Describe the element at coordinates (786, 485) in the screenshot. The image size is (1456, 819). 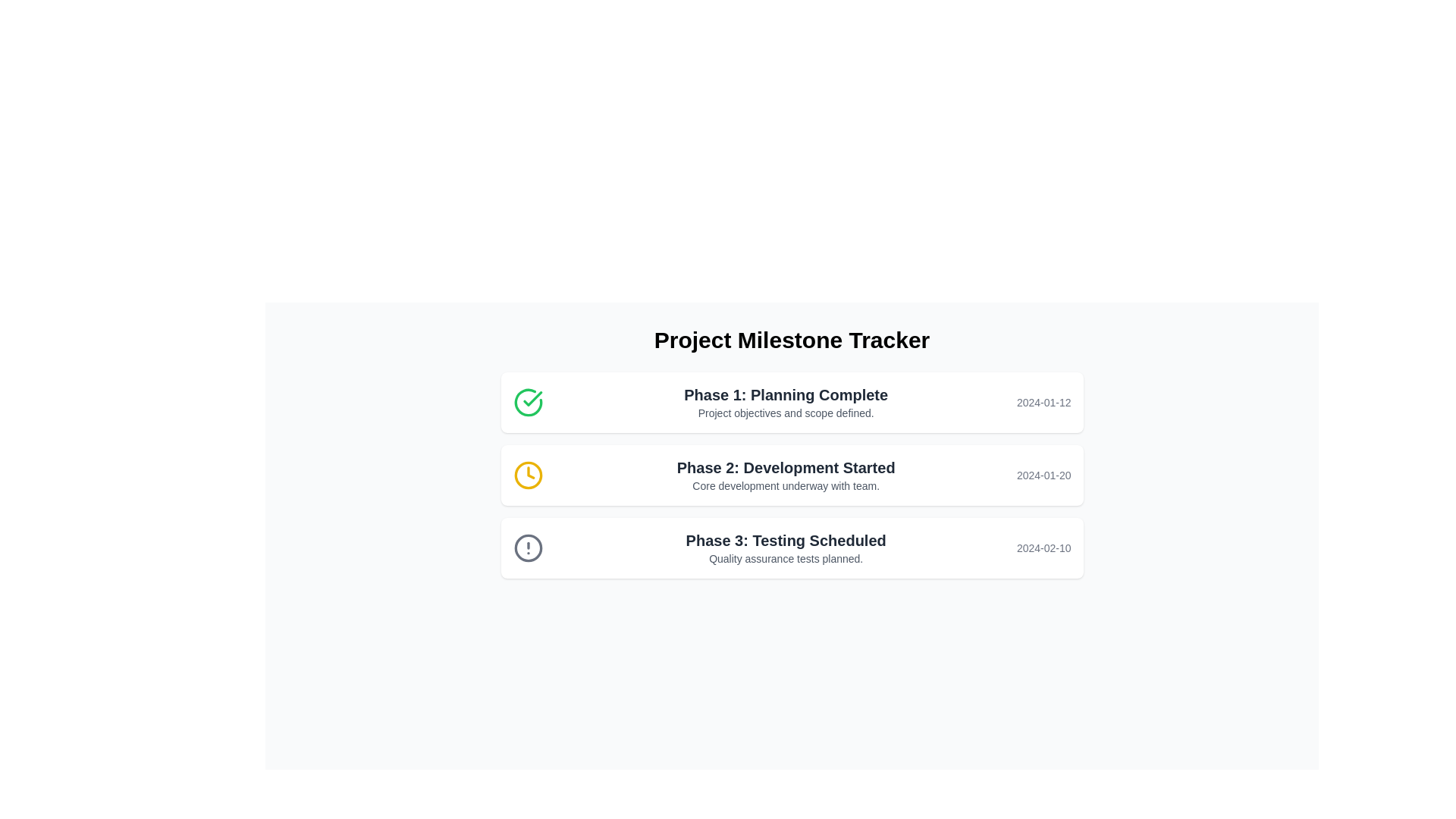
I see `text element displaying the phrase 'Core development underway with team.' which is located centrally below the header 'Phase 2: Development Started'` at that location.